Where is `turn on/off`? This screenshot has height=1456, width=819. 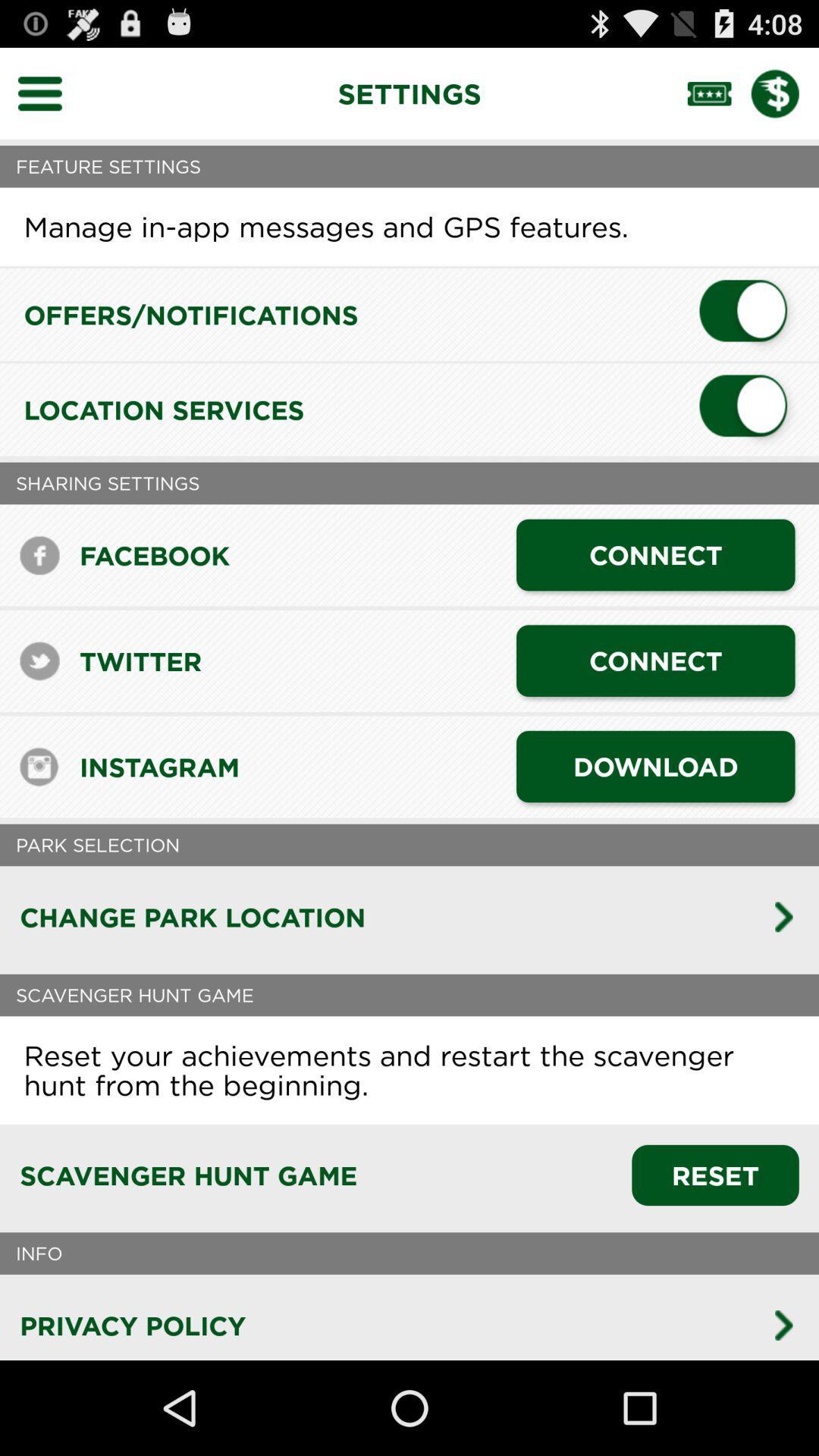
turn on/off is located at coordinates (748, 409).